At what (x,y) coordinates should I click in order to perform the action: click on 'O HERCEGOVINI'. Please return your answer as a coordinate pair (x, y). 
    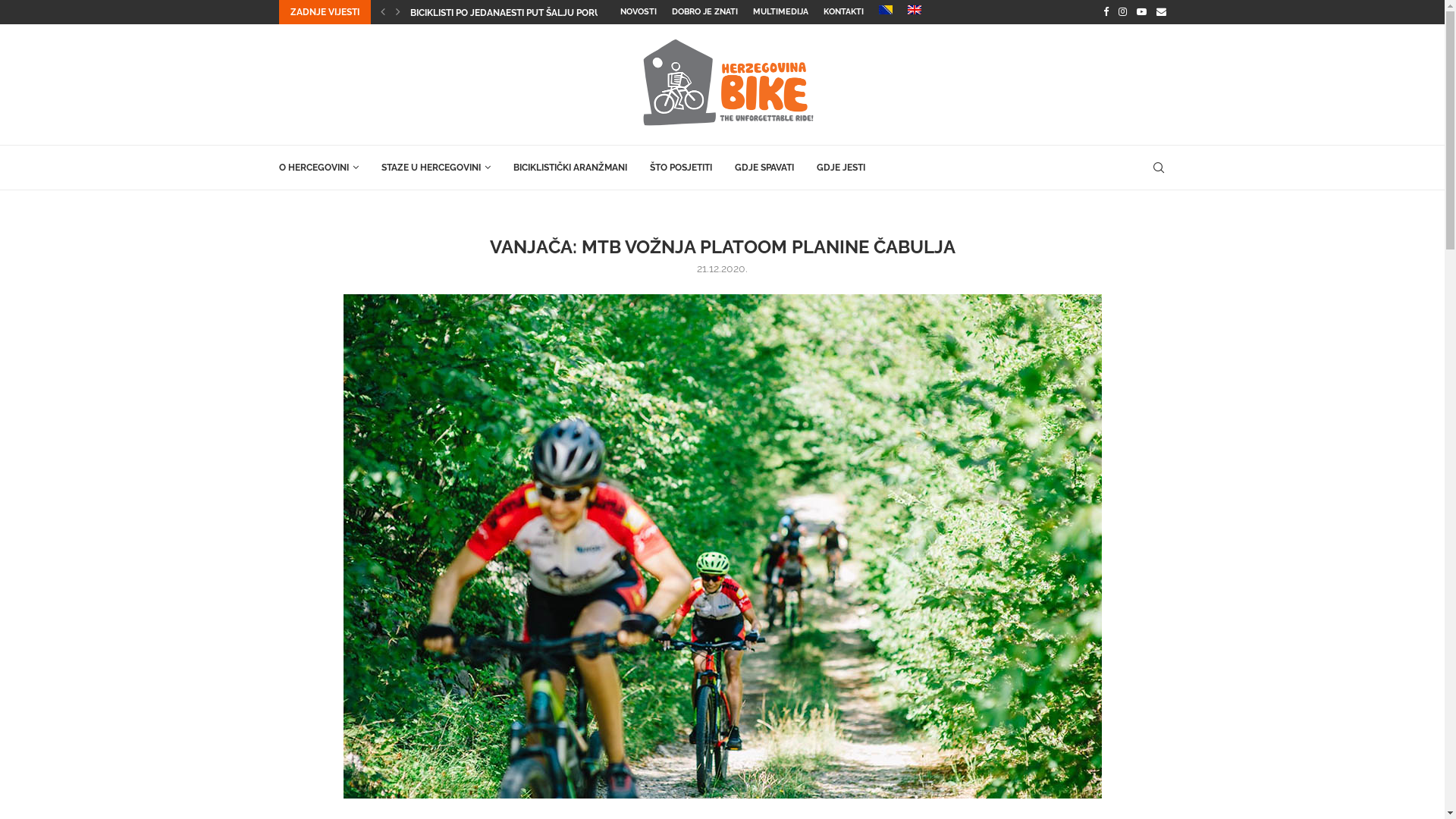
    Looking at the image, I should click on (318, 167).